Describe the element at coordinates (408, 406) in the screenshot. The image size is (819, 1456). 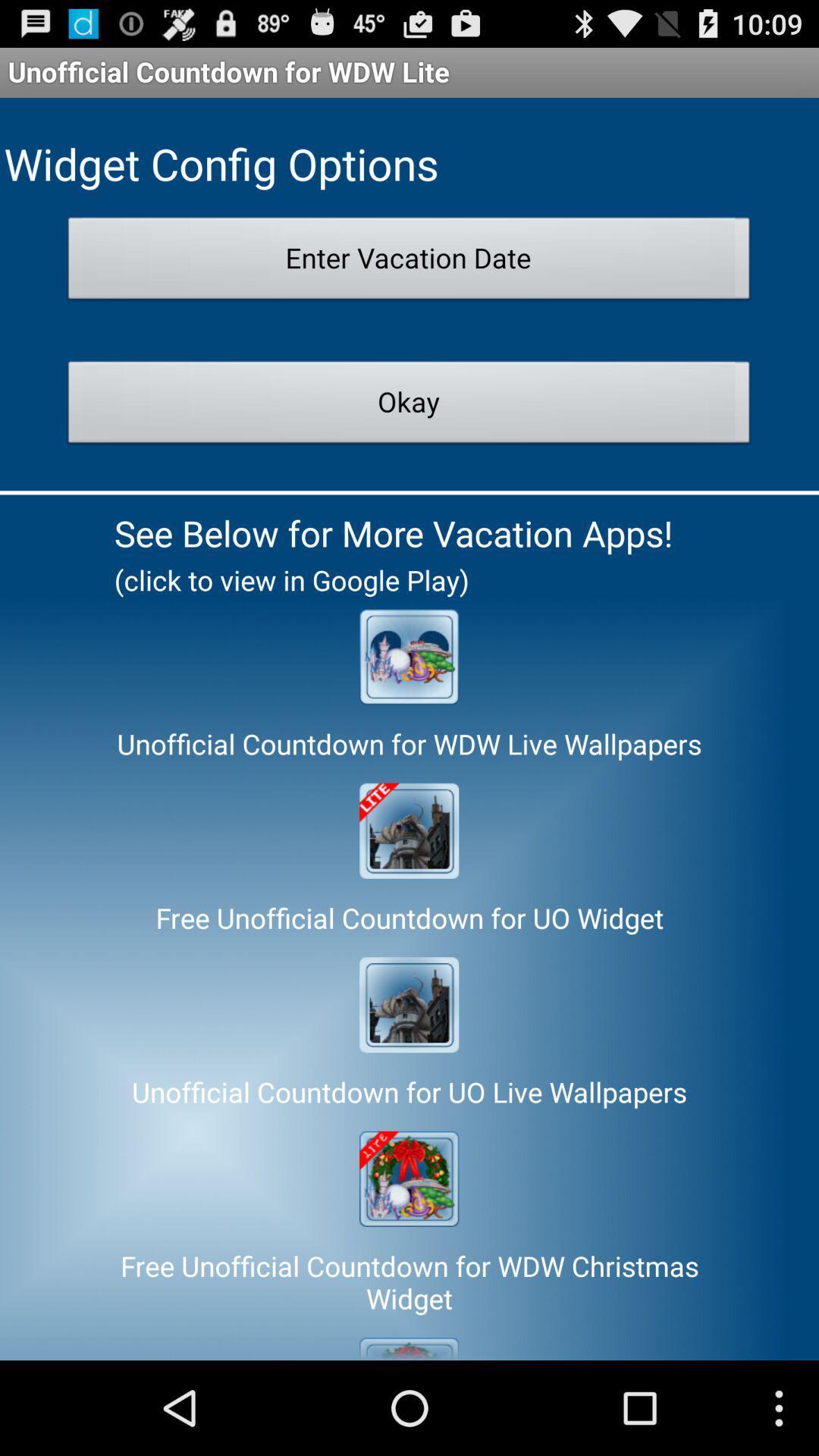
I see `okay icon` at that location.